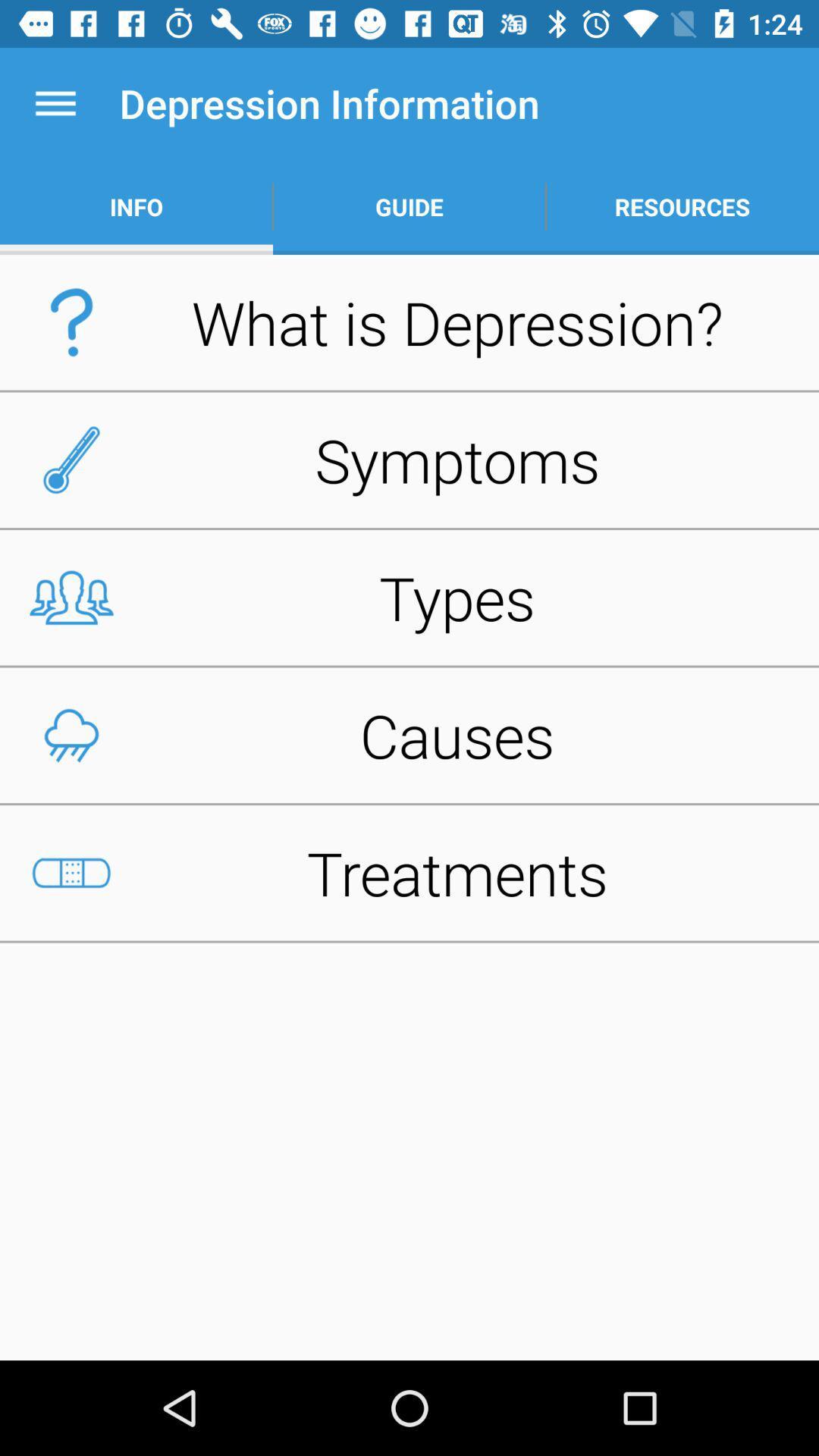 This screenshot has height=1456, width=819. Describe the element at coordinates (409, 206) in the screenshot. I see `the icon above what is depression? icon` at that location.